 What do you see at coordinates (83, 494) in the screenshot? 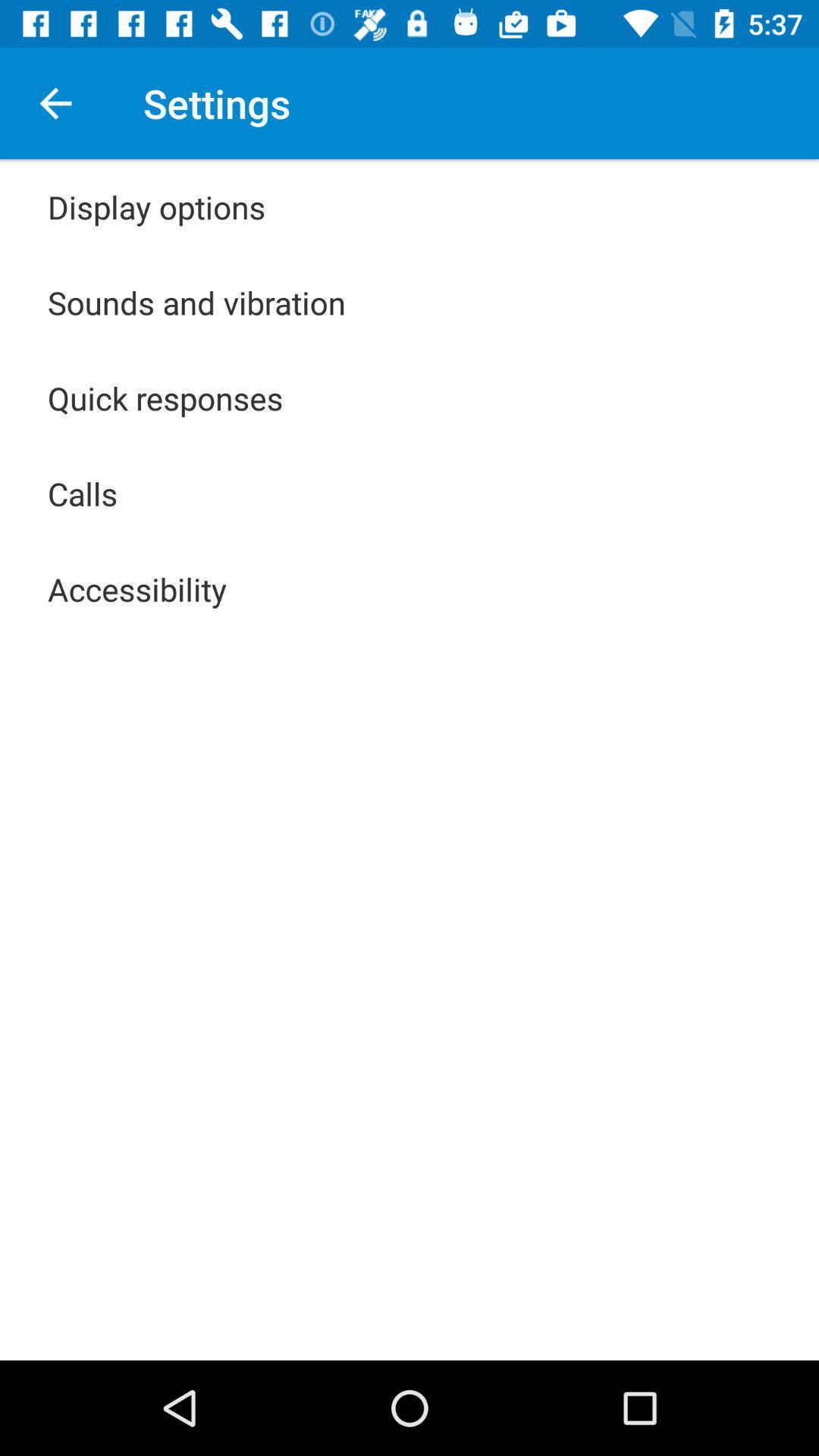
I see `item above the accessibility app` at bounding box center [83, 494].